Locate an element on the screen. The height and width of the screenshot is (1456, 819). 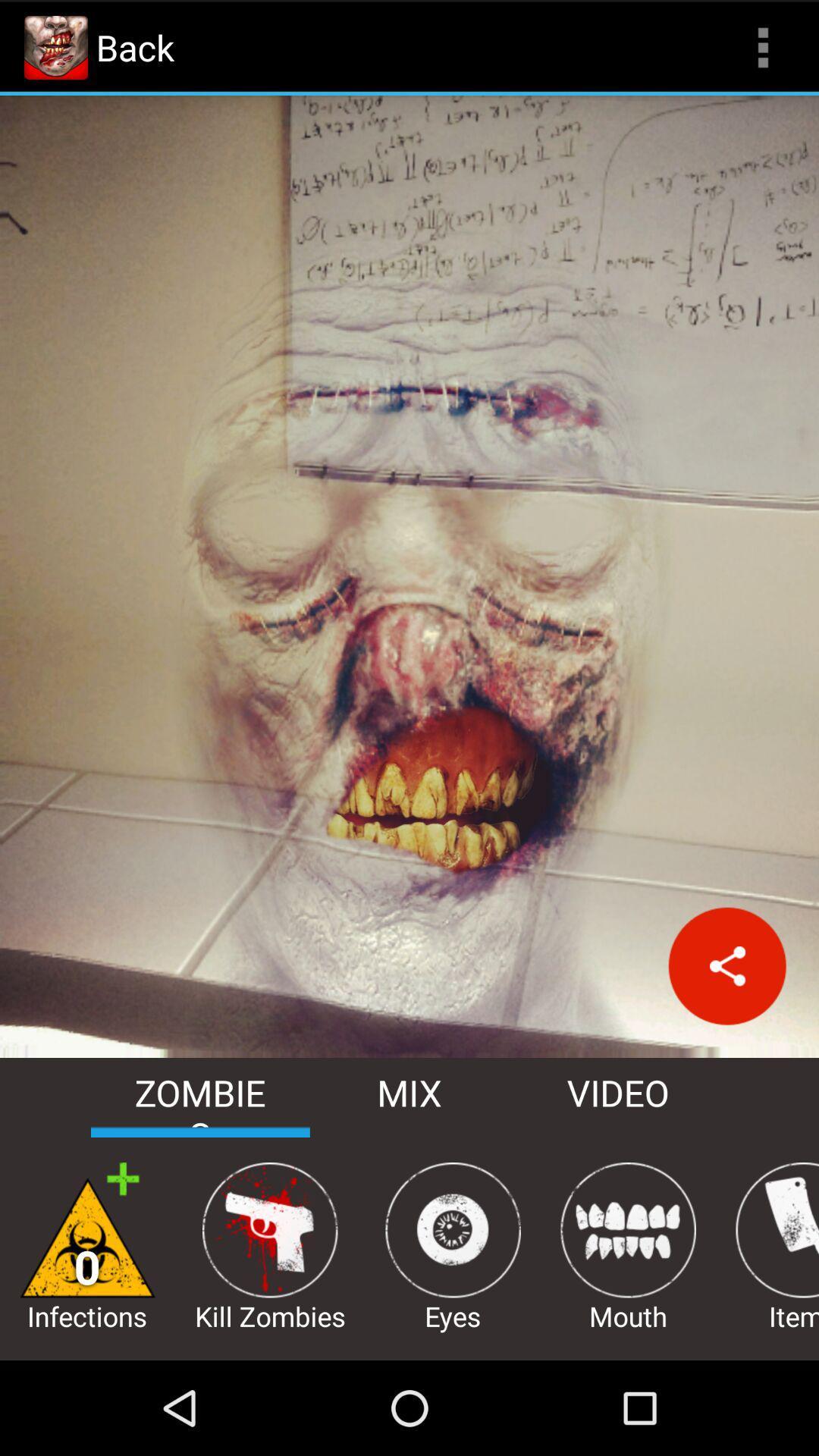
the share icon is located at coordinates (726, 1033).